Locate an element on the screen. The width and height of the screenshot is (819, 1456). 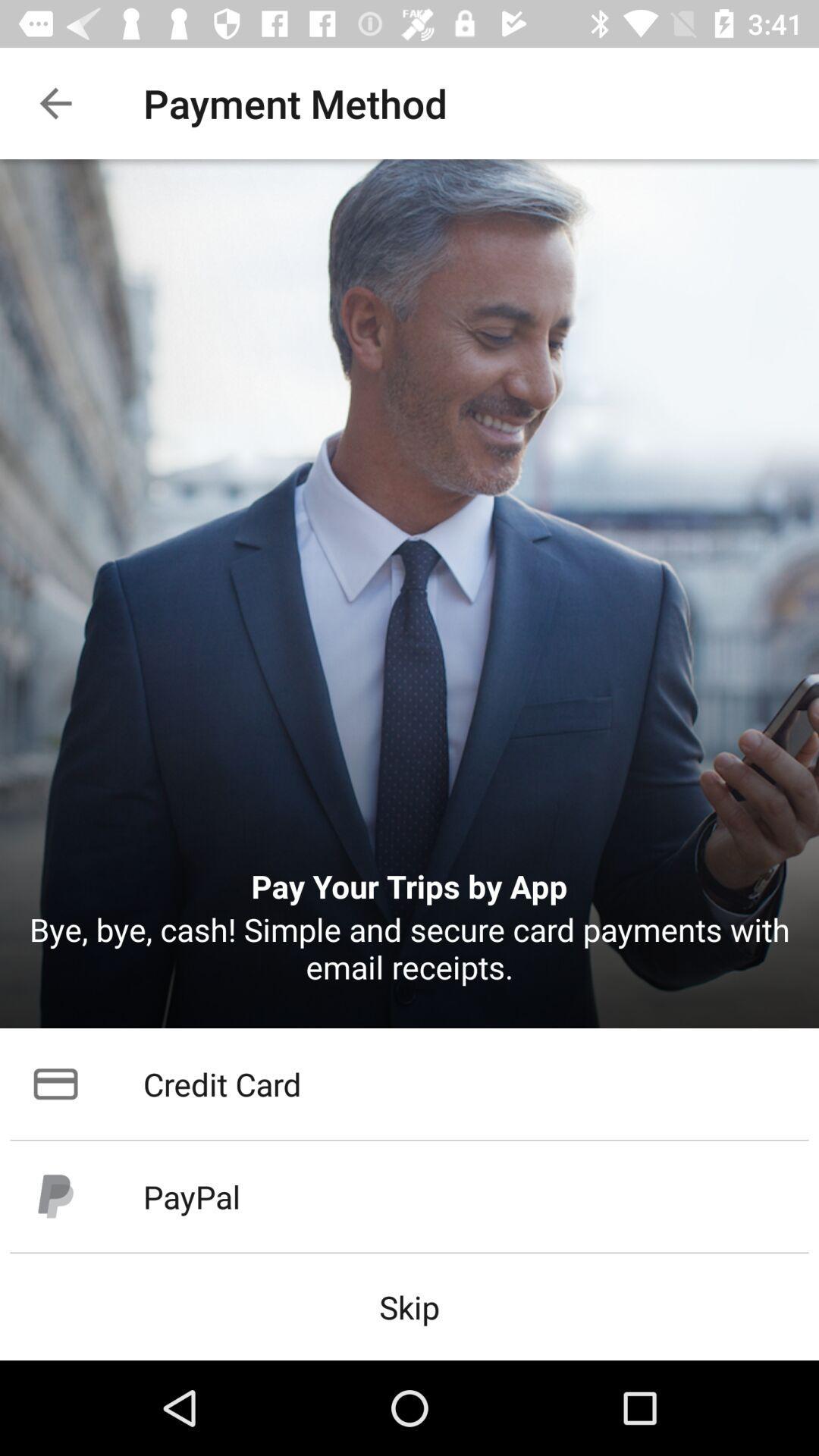
the item below the paypal icon is located at coordinates (409, 1306).